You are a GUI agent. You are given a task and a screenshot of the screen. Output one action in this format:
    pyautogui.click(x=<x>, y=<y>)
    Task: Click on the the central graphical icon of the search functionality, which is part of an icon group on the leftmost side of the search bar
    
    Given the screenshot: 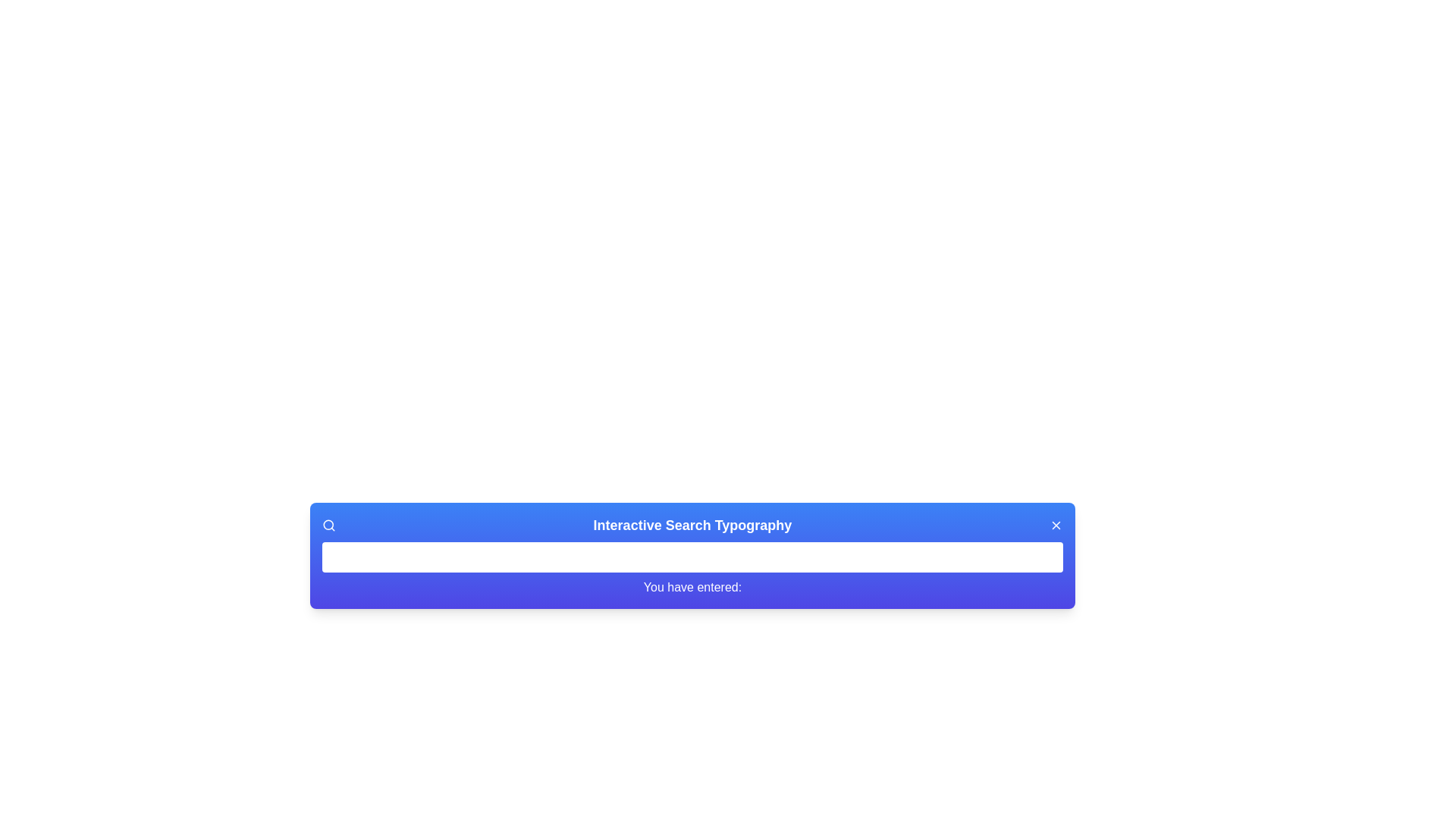 What is the action you would take?
    pyautogui.click(x=328, y=524)
    